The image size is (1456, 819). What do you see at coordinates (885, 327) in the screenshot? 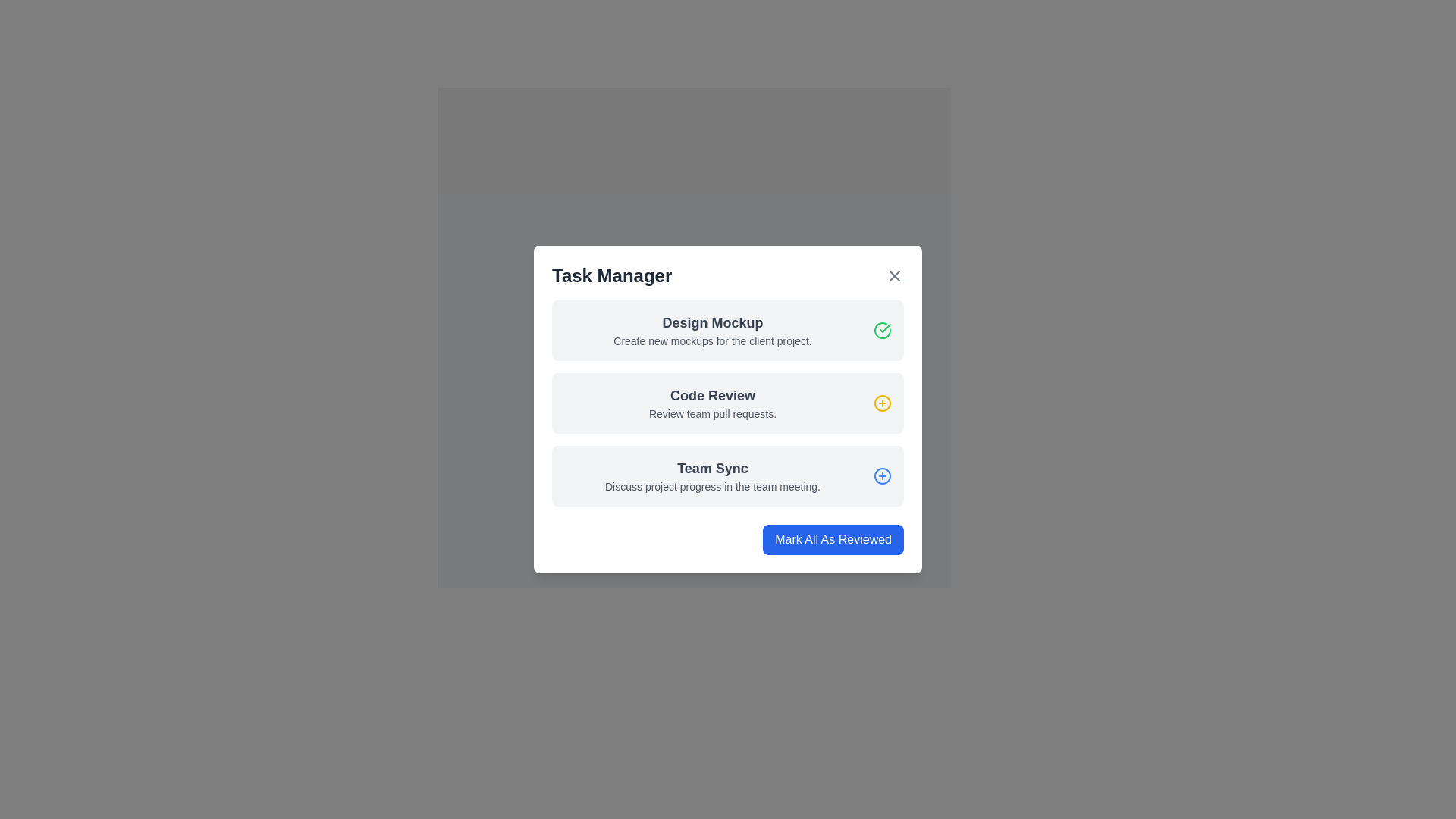
I see `the green checkmark icon located to the right of the 'Design Mockup' label in the 'Task Manager' interface, which indicates a completed task or successful action` at bounding box center [885, 327].